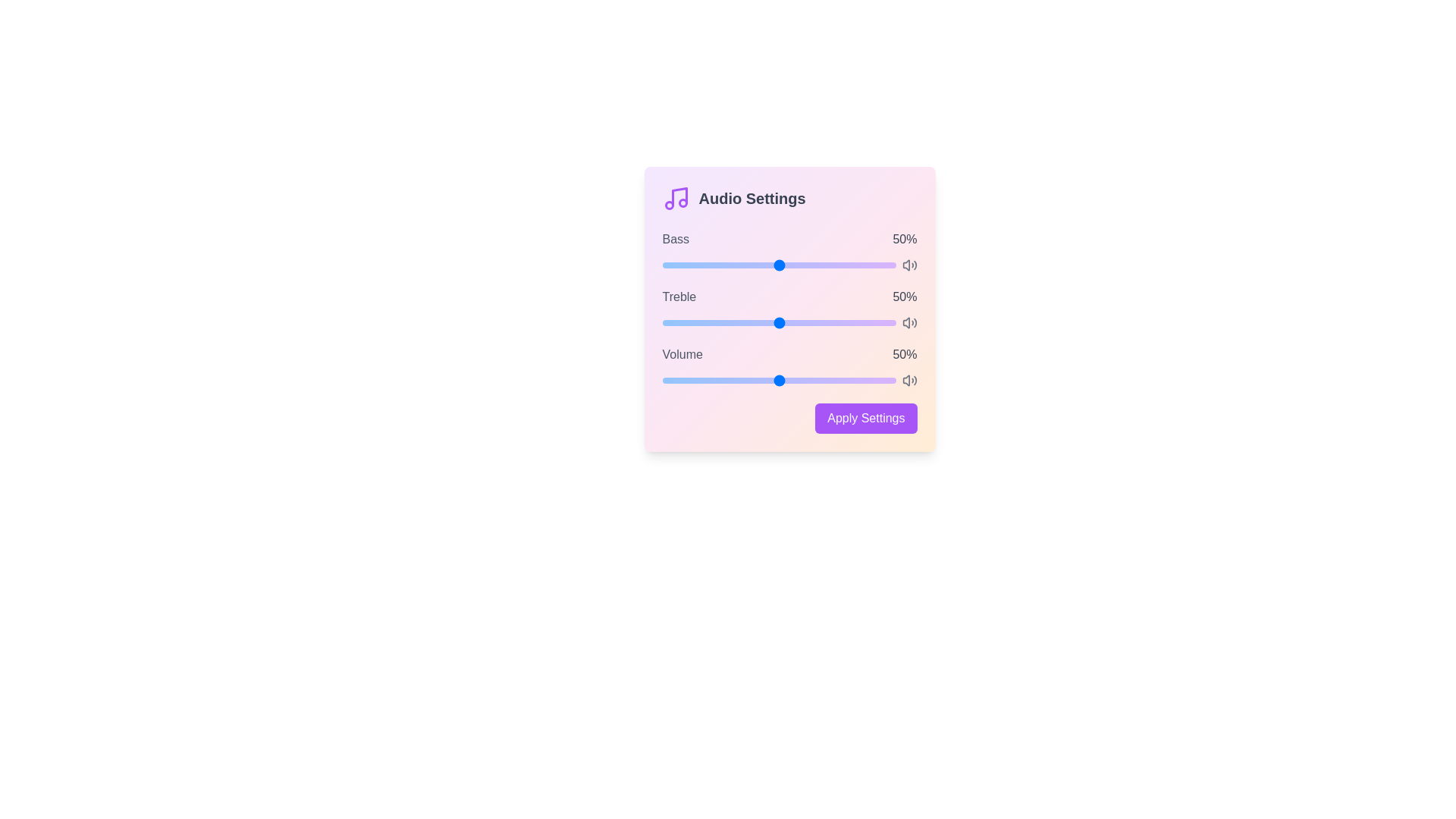  What do you see at coordinates (866, 418) in the screenshot?
I see `the 'Apply Settings' button to apply the current audio settings` at bounding box center [866, 418].